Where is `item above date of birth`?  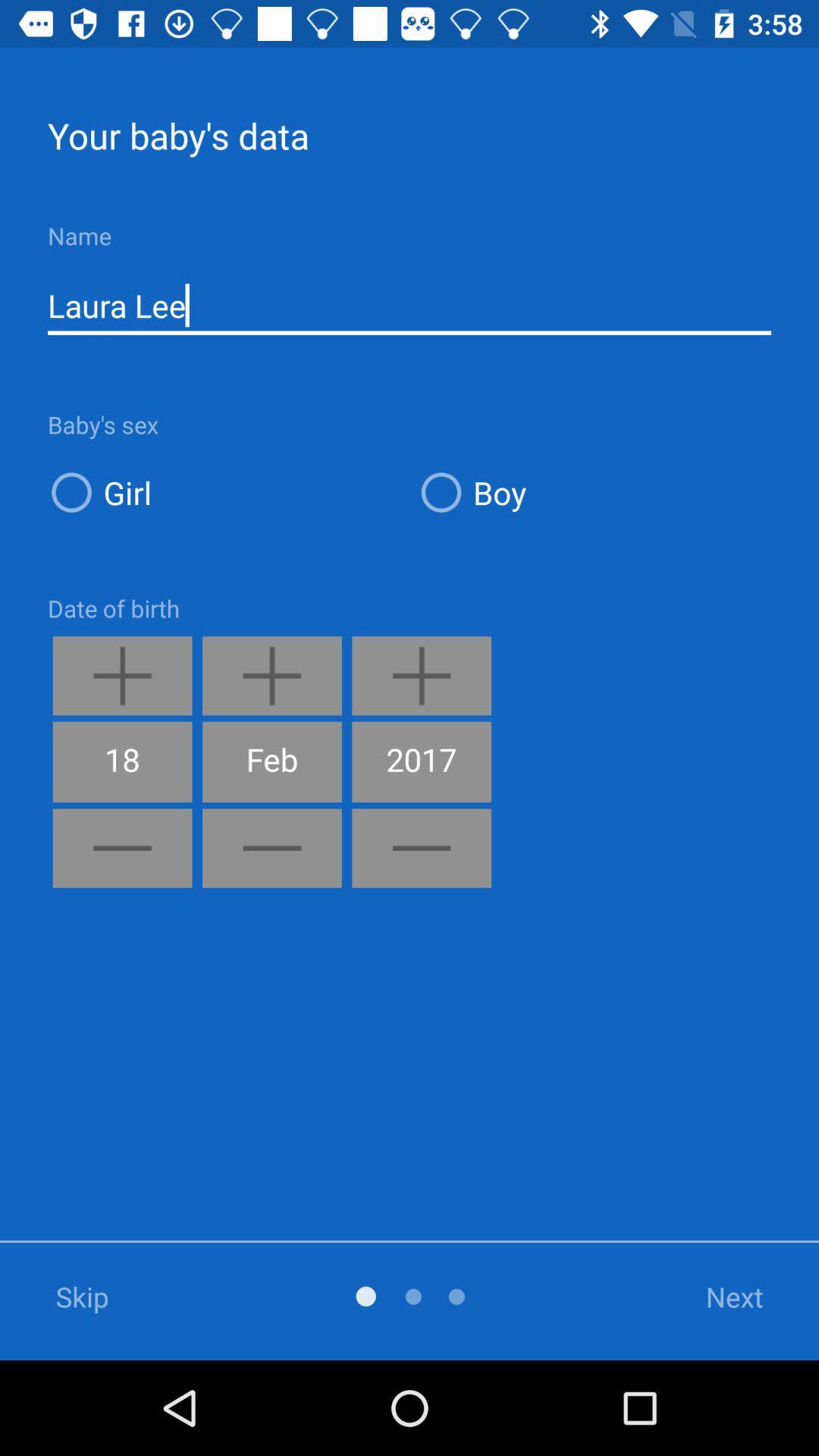 item above date of birth is located at coordinates (224, 492).